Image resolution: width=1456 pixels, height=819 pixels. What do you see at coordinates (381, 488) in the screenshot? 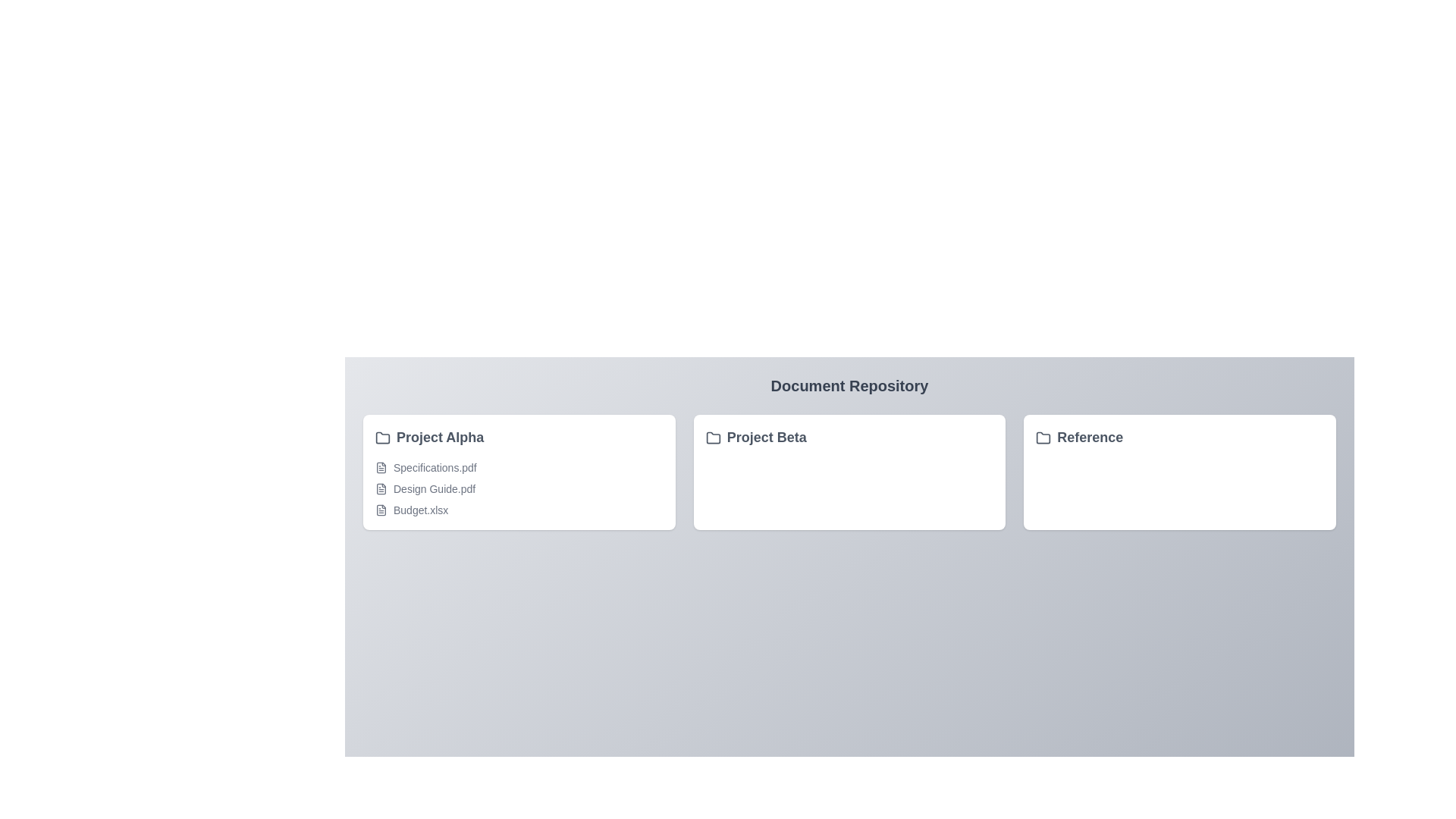
I see `on the File icon representing the PDF document labeled 'Design Guide.pdf' located in the Project Alpha section of the Document Repository interface` at bounding box center [381, 488].